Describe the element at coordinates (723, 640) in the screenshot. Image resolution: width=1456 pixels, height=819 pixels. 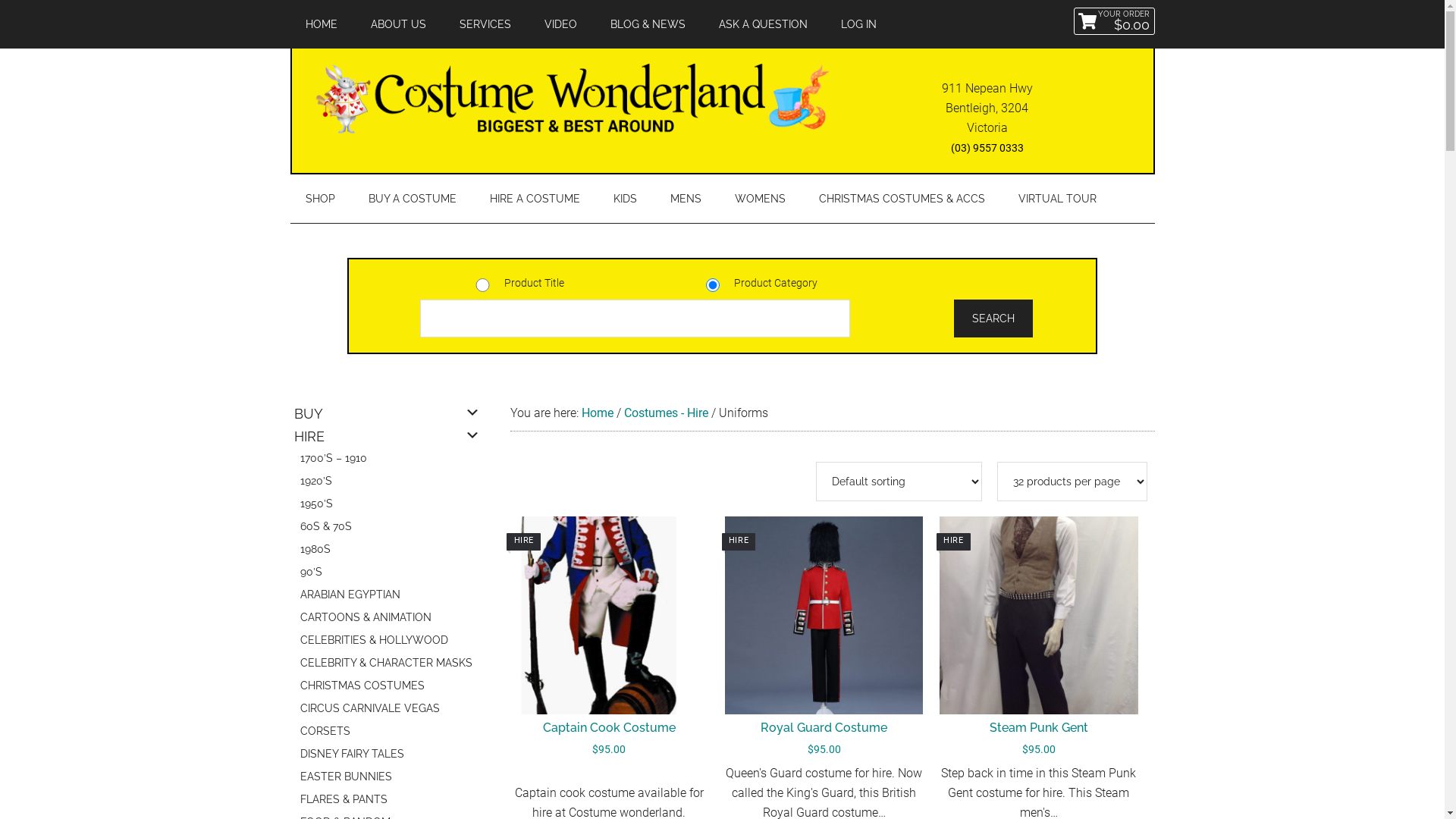
I see `'HIRE` at that location.